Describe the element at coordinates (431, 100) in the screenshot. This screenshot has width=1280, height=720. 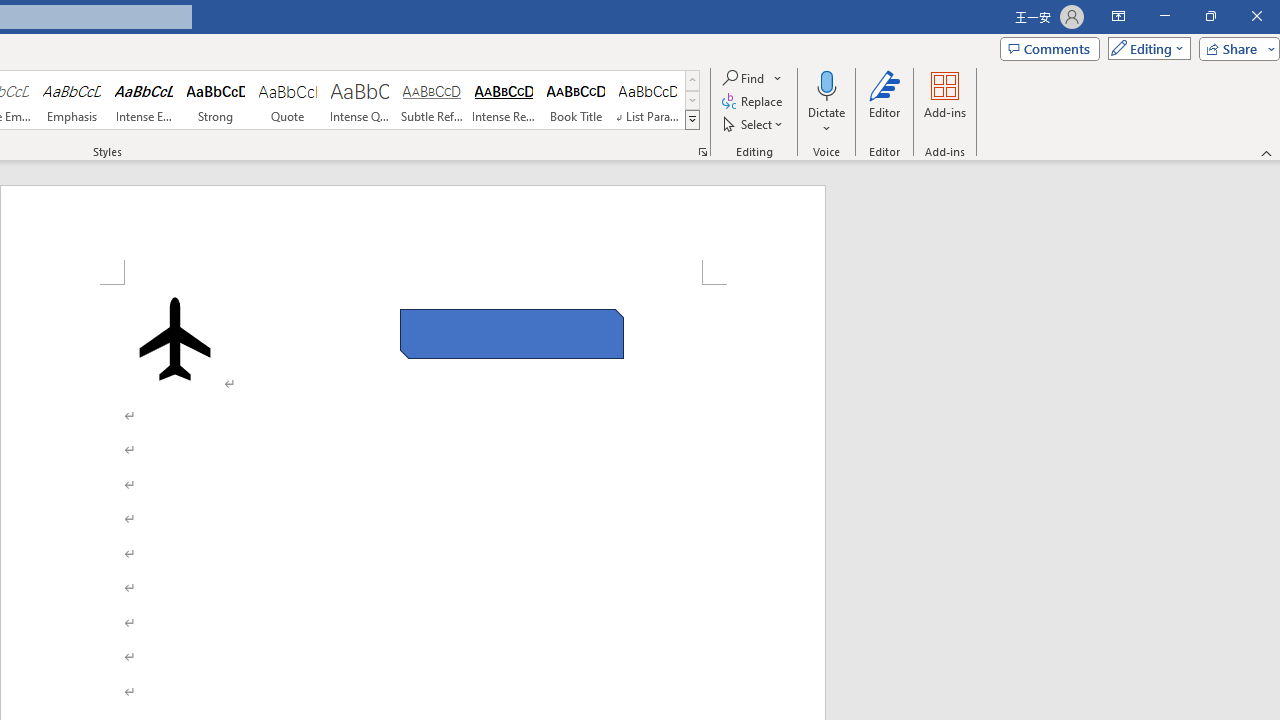
I see `'Subtle Reference'` at that location.